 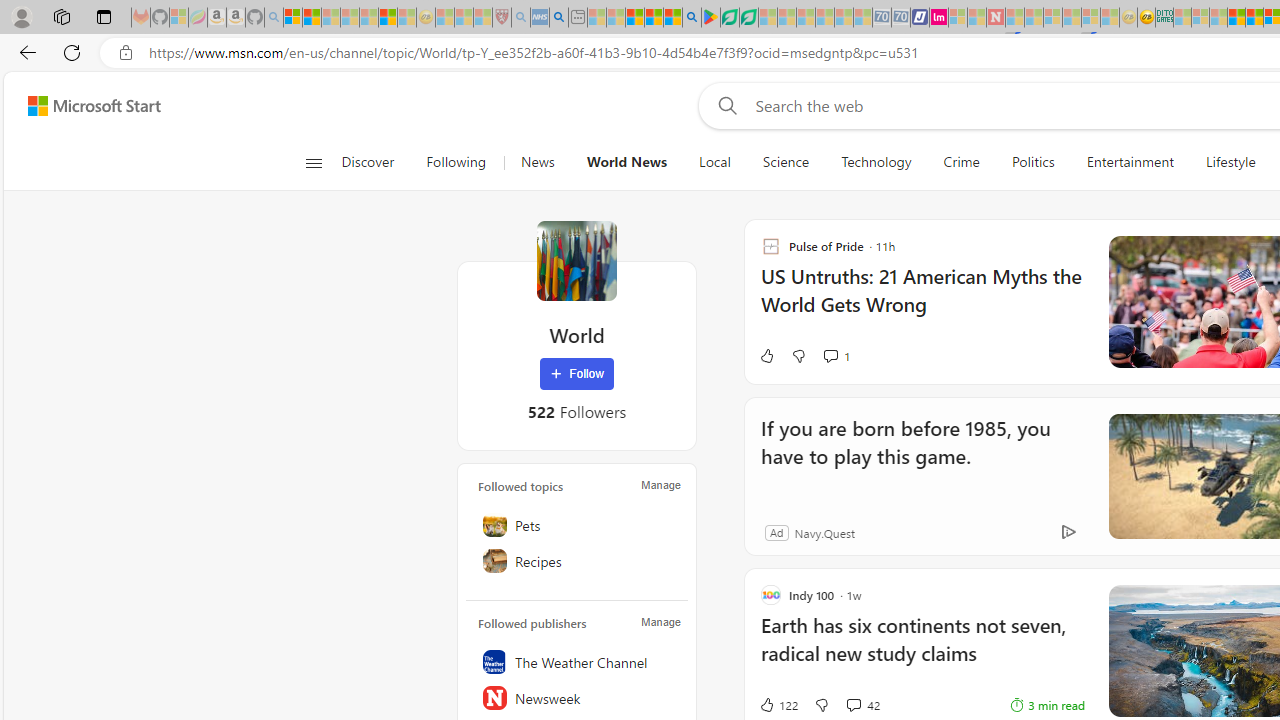 I want to click on 'Newsweek', so click(x=576, y=697).